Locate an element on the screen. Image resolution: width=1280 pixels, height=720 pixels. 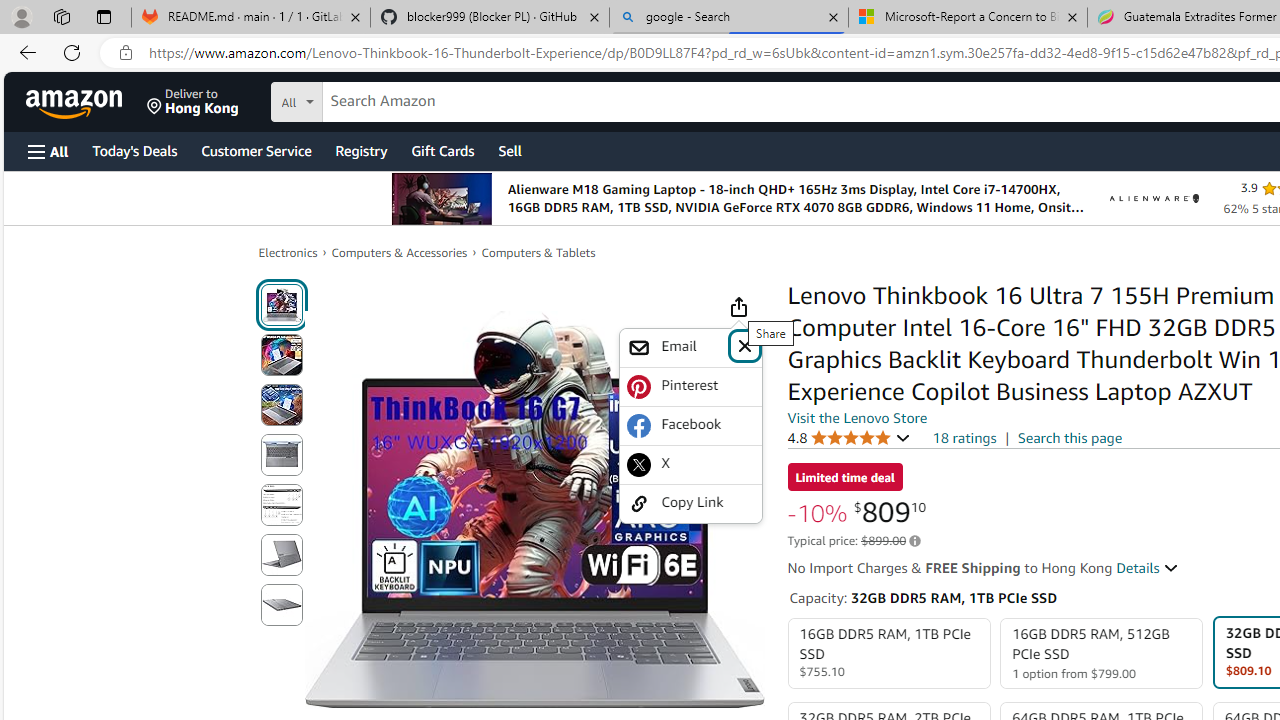
'X' is located at coordinates (690, 465).